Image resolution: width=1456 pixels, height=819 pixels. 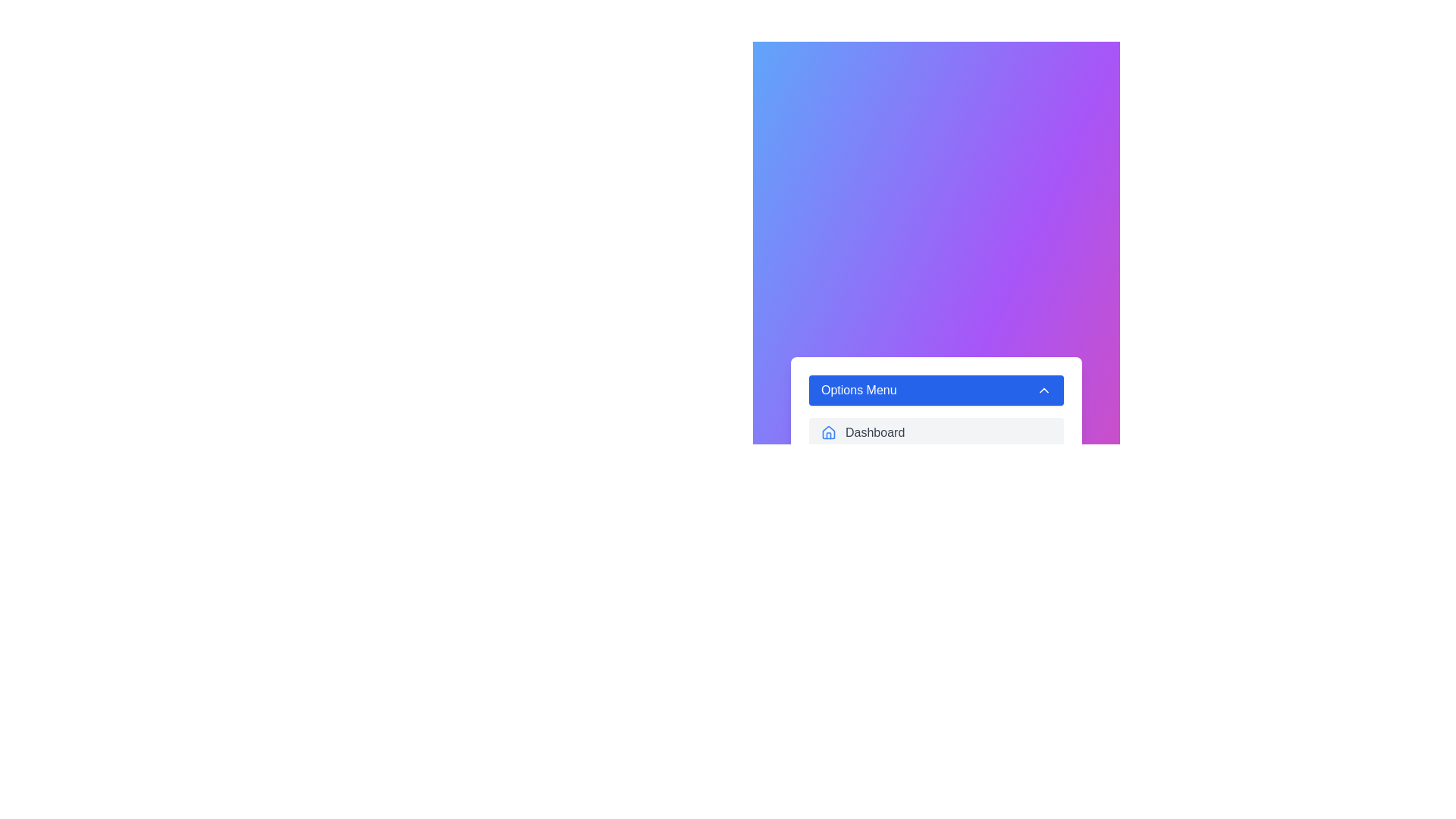 I want to click on the 'Options Menu' button to toggle the visibility of the menu, so click(x=935, y=390).